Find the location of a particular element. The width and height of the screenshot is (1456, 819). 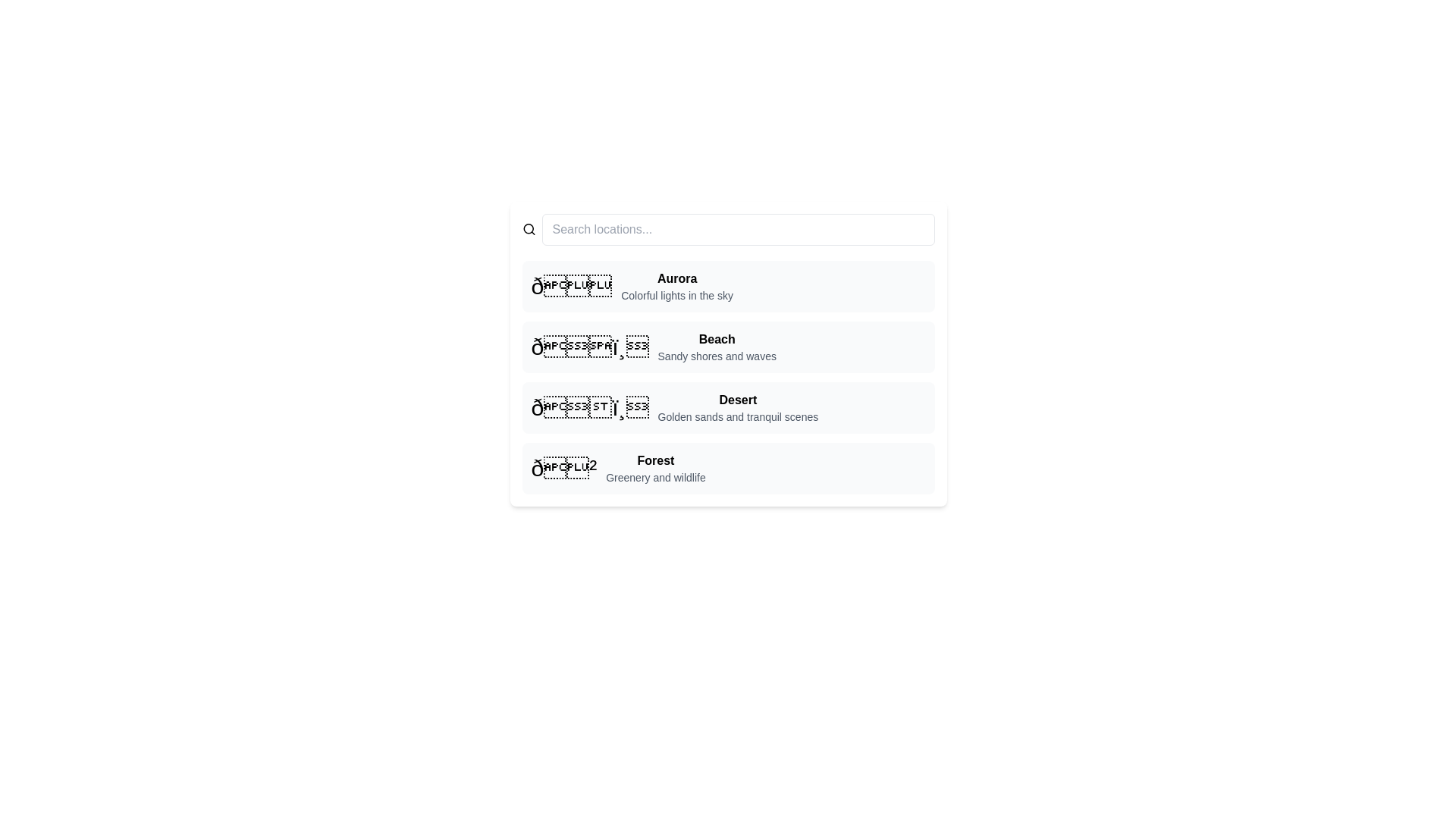

text label displaying 'Aurora', which is a bold header above the descriptive text 'Colorful lights in the sky' in the second column of a structured list is located at coordinates (676, 278).